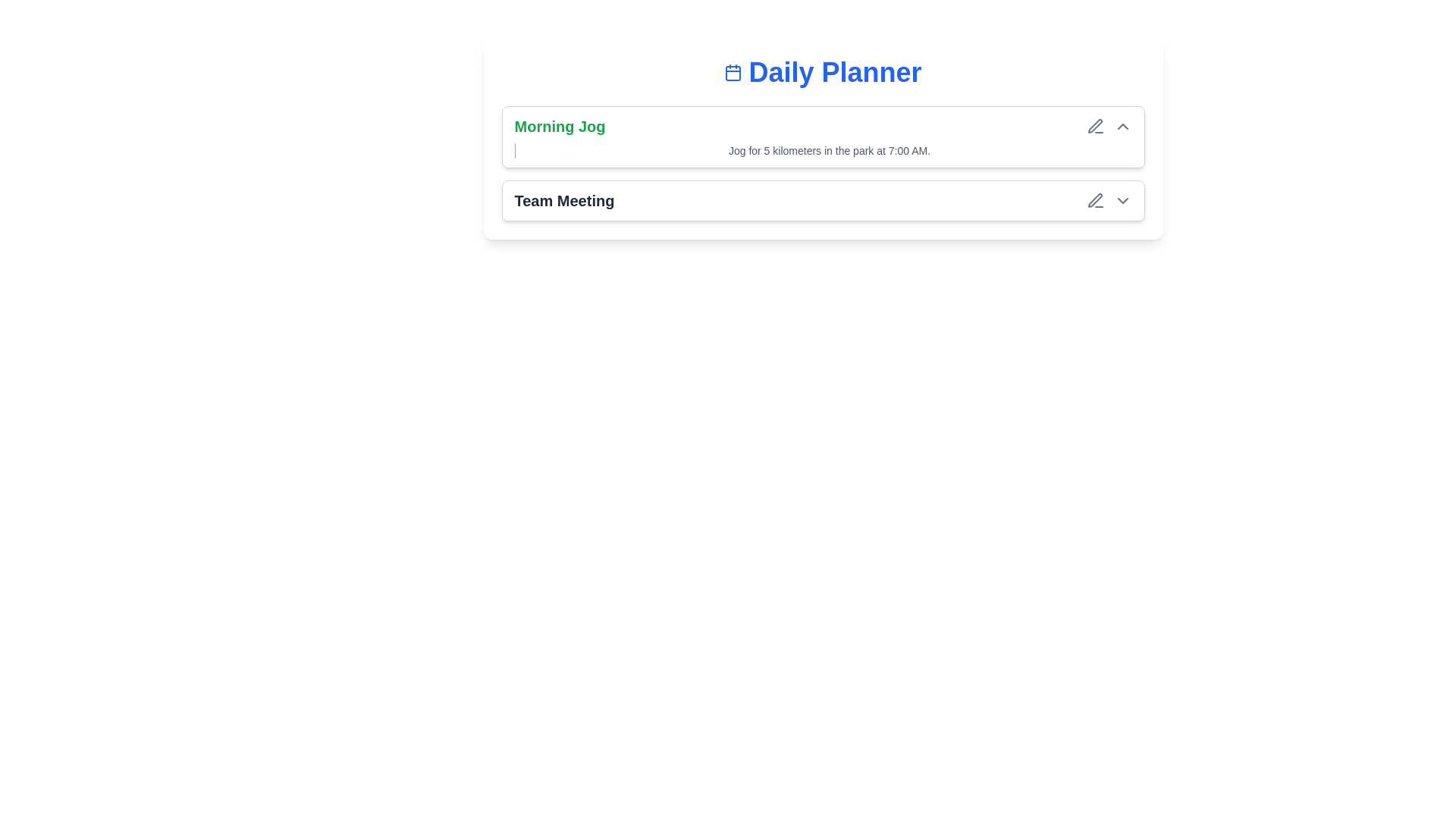 The image size is (1456, 819). Describe the element at coordinates (829, 151) in the screenshot. I see `text label that contains 'Jog for 5 kilometers in the park at 7:00 AM.' located in the 'Morning Jog' section of the daily planner interface` at that location.